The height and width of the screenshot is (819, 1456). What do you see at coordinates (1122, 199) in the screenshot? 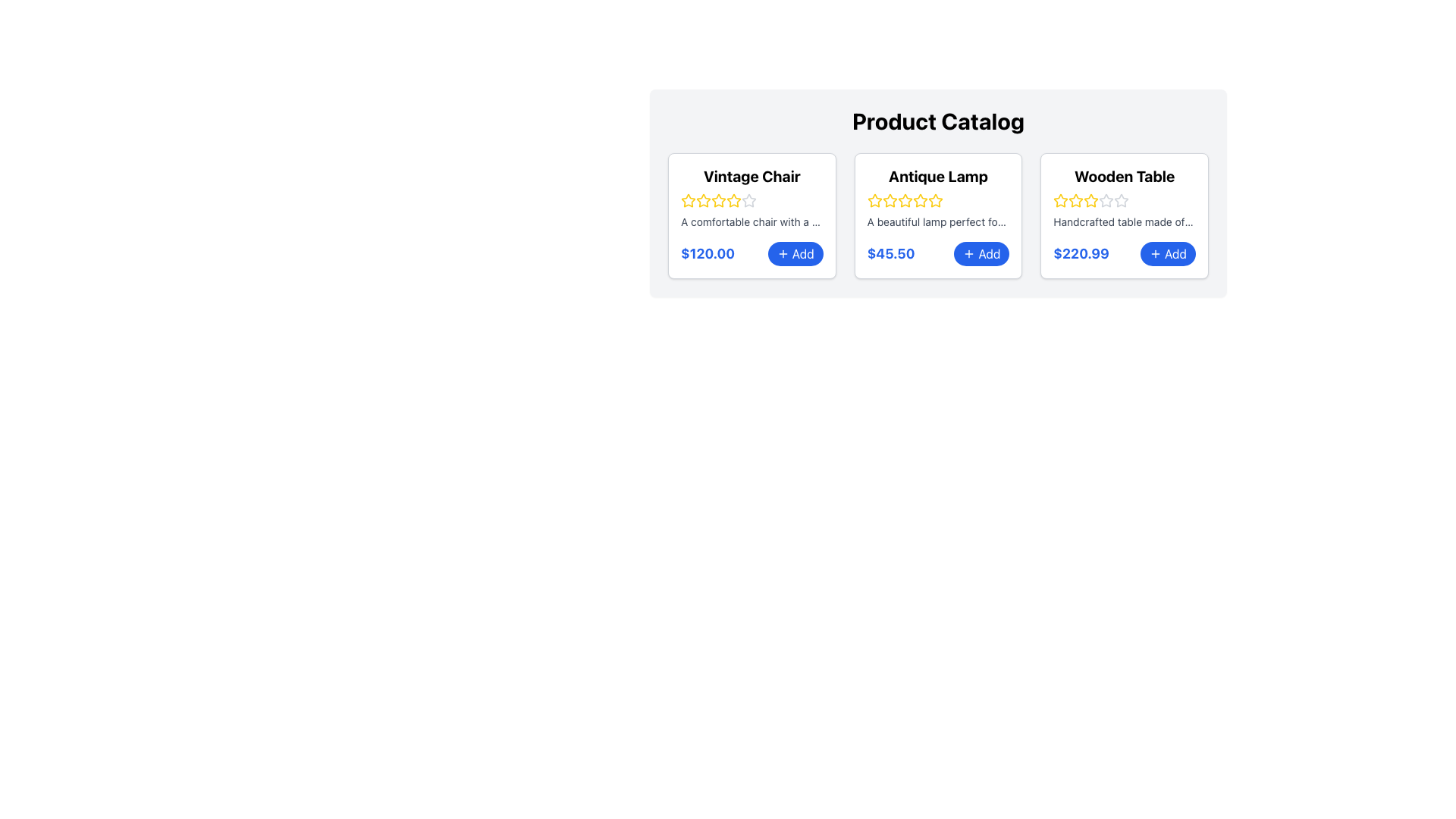
I see `the third star icon in the rating system for the 'Wooden Table' product in the Product Catalog` at bounding box center [1122, 199].